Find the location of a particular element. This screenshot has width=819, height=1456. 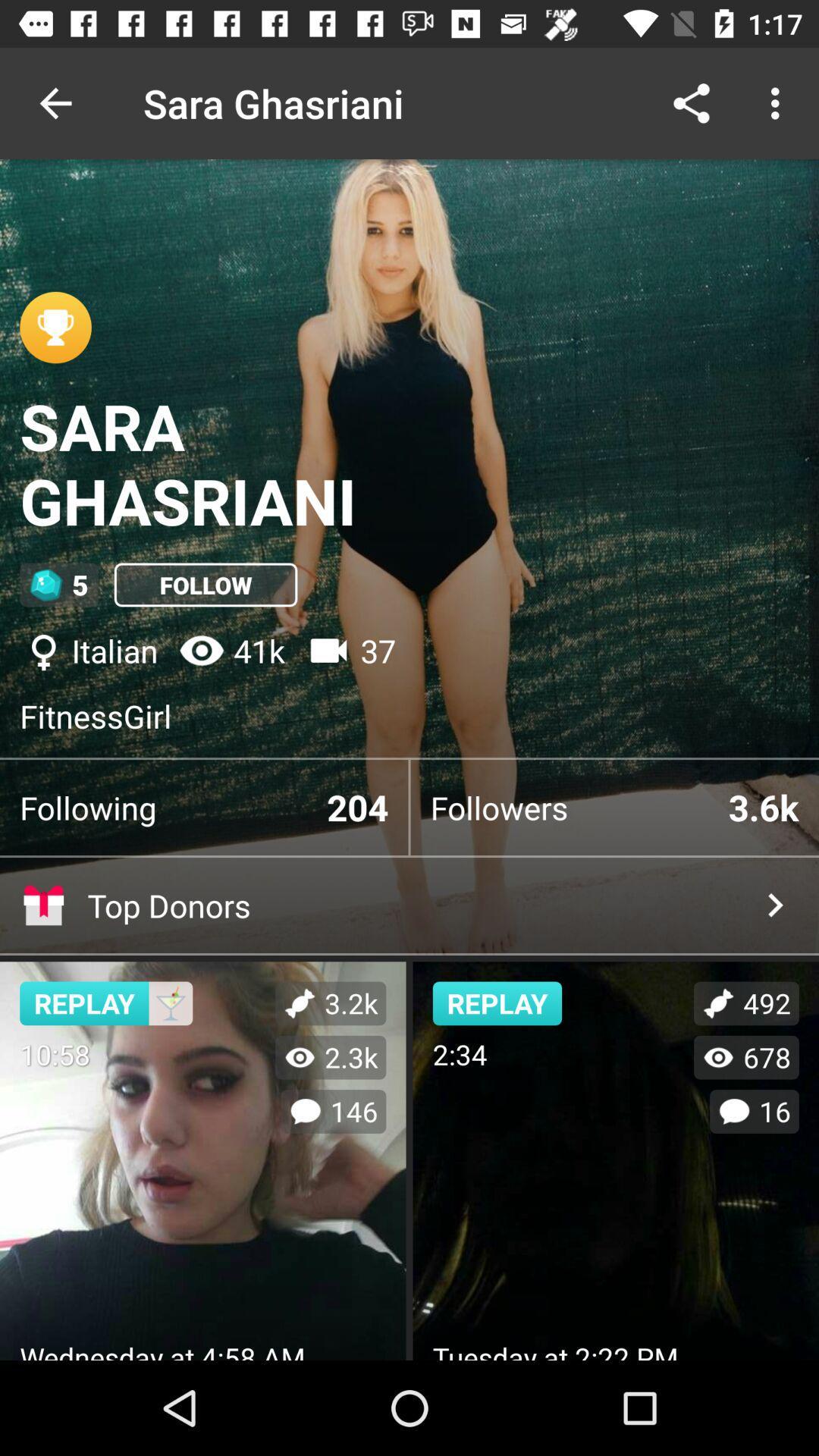

the icon next to the 5 item is located at coordinates (206, 584).